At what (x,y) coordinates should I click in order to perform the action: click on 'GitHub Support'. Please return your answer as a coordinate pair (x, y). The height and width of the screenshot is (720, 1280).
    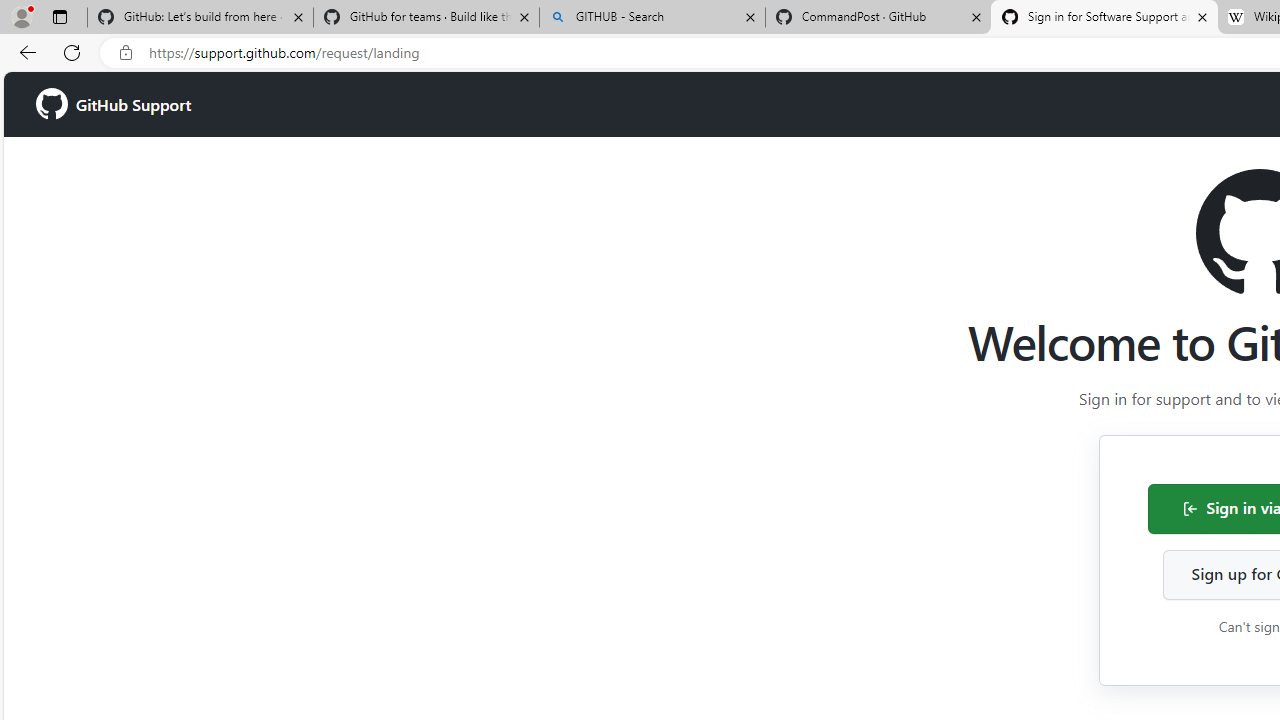
    Looking at the image, I should click on (112, 104).